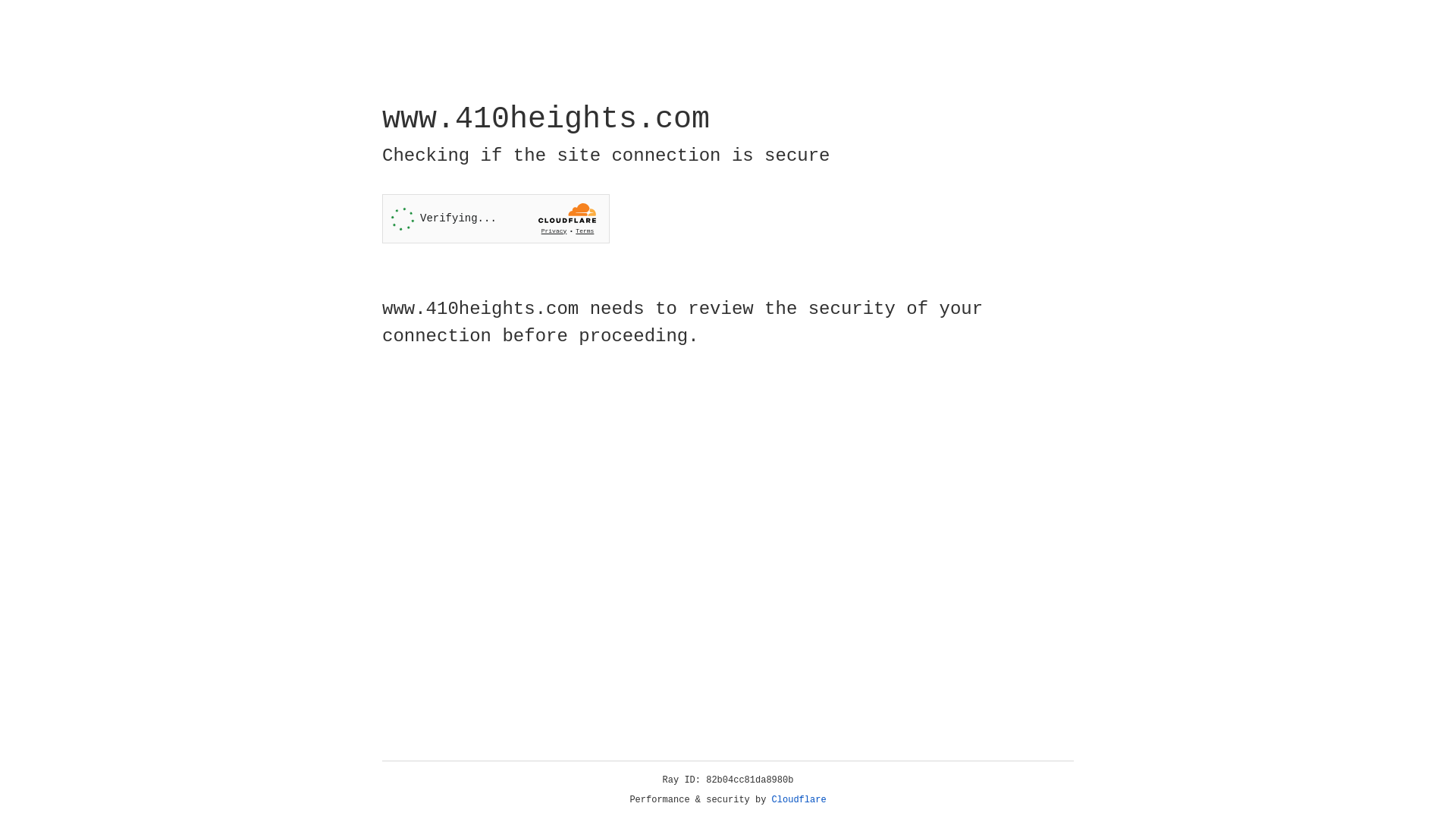 The height and width of the screenshot is (819, 1456). I want to click on 'Widget containing a Cloudflare security challenge', so click(495, 218).